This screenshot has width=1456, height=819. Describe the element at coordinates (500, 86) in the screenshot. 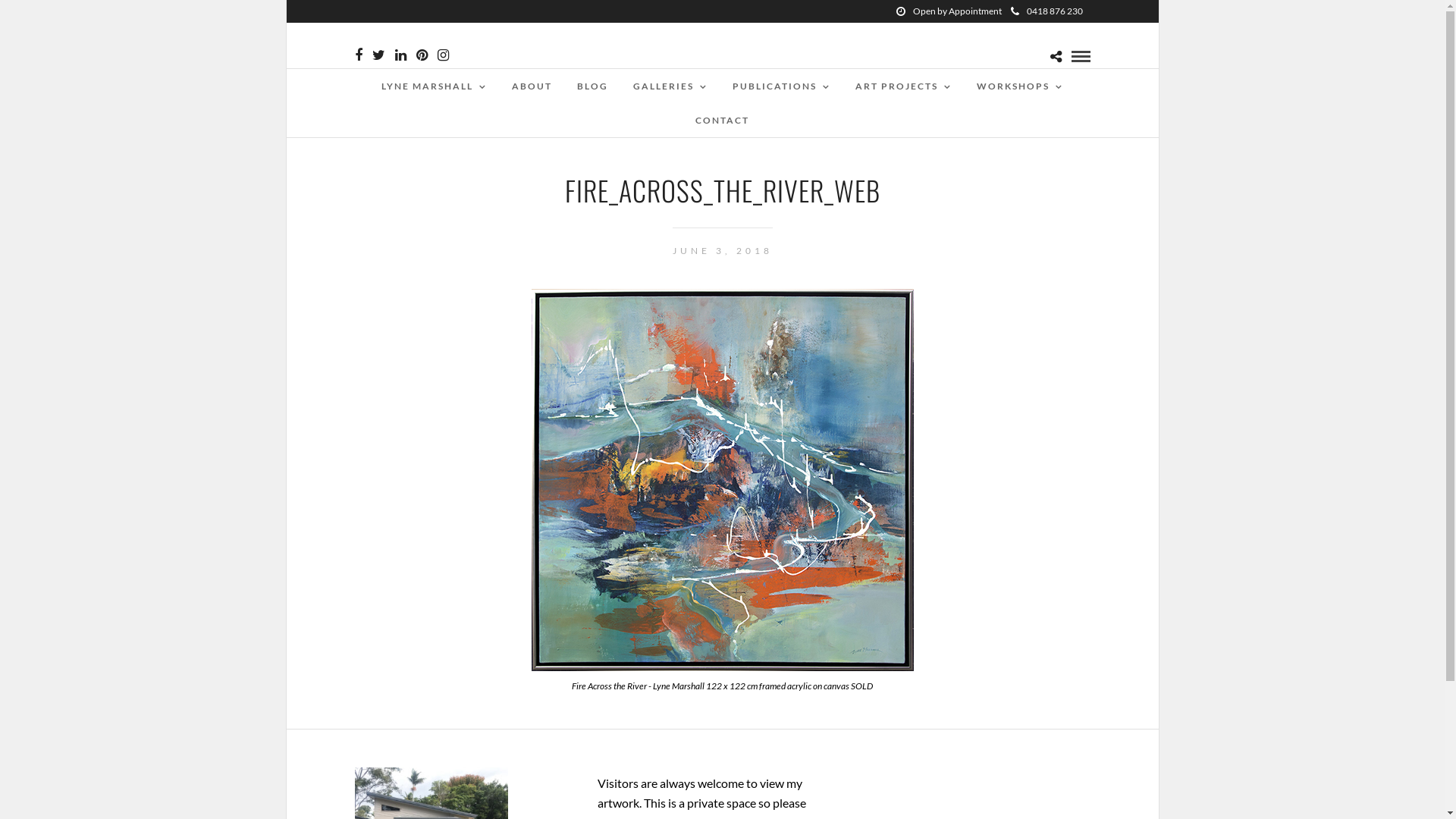

I see `'ABOUT'` at that location.